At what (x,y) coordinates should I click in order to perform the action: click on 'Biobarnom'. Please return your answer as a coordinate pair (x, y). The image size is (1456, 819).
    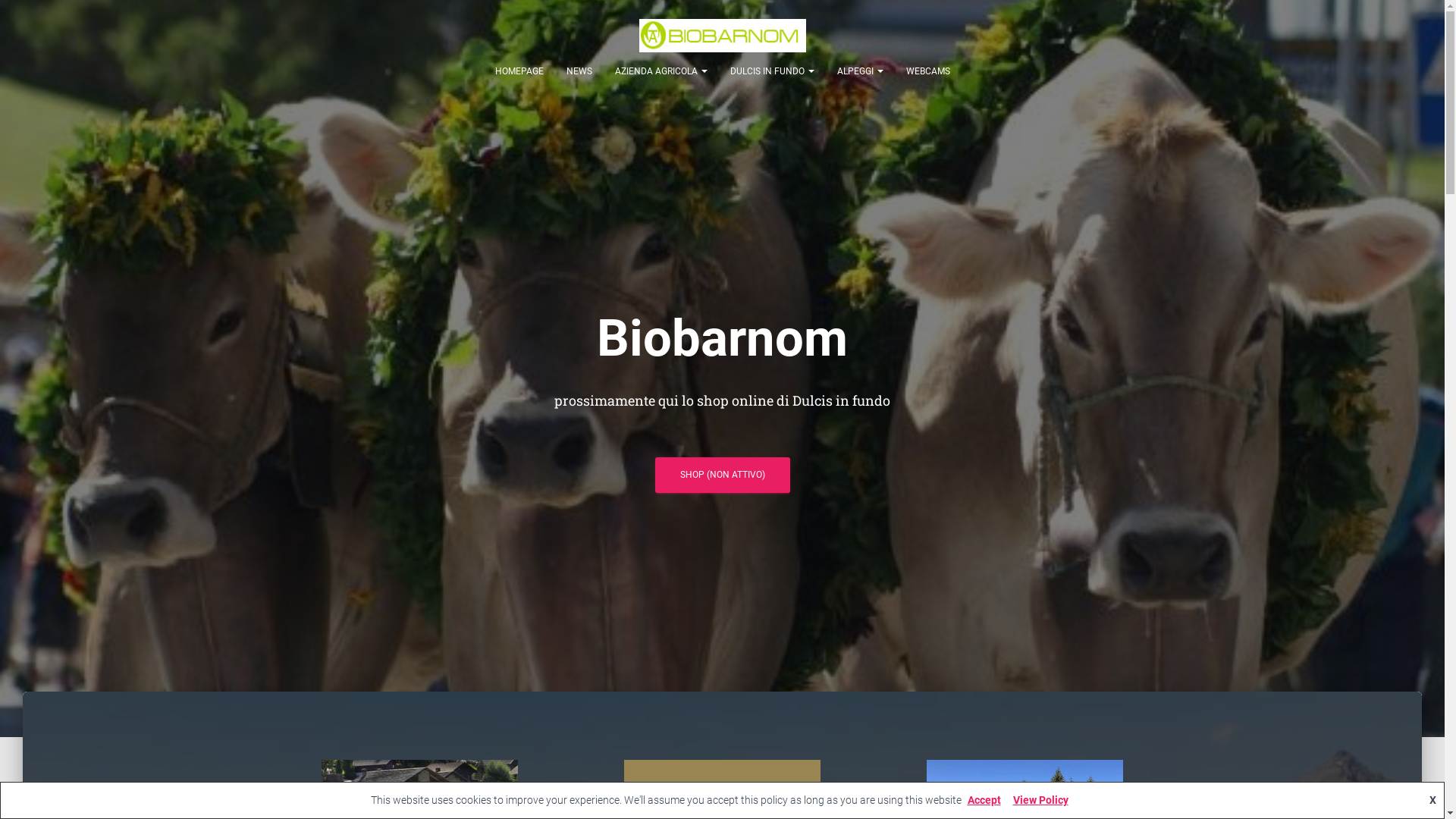
    Looking at the image, I should click on (722, 34).